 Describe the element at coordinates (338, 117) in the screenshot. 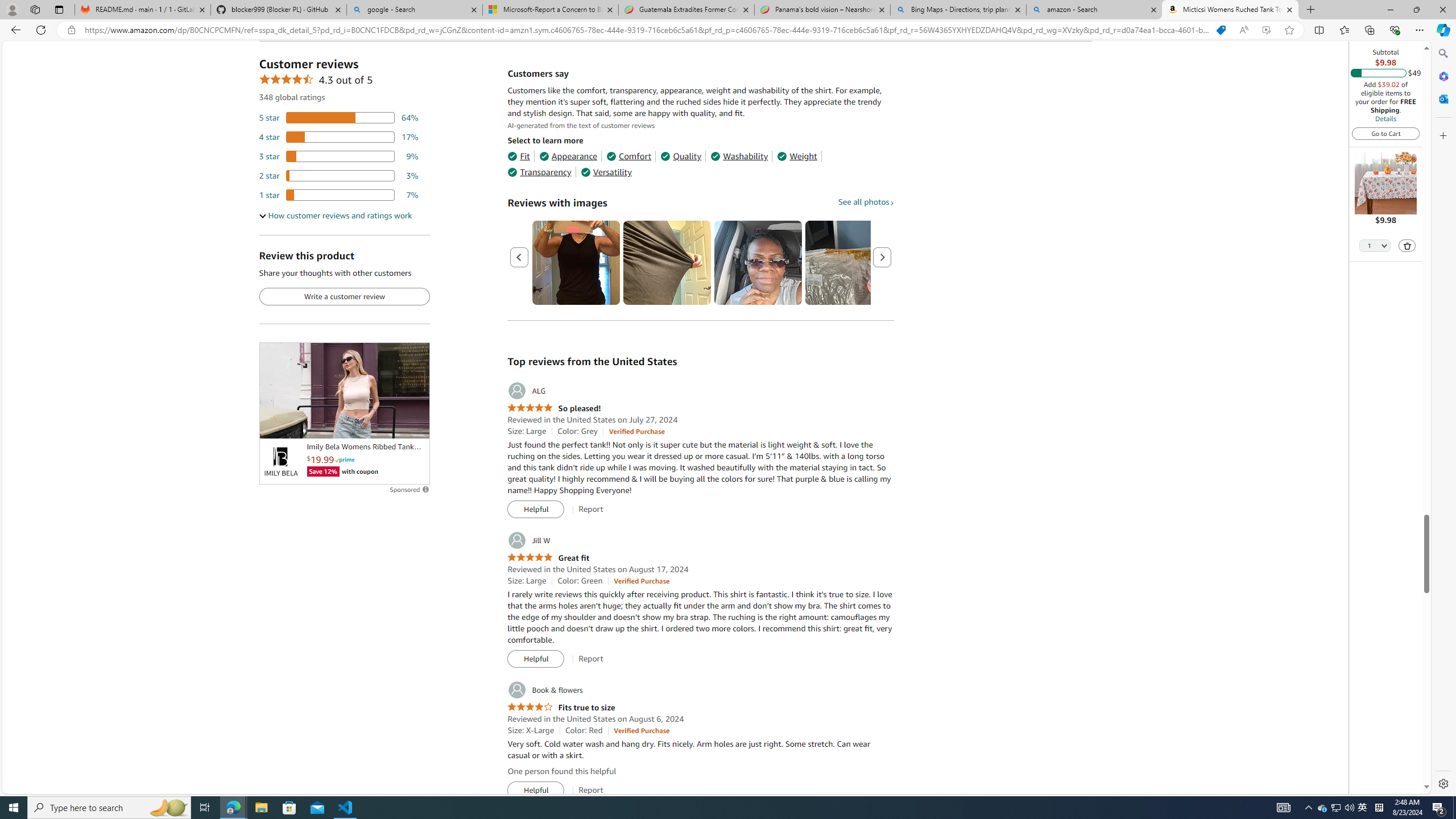

I see `'64 percent of reviews have 5 stars'` at that location.